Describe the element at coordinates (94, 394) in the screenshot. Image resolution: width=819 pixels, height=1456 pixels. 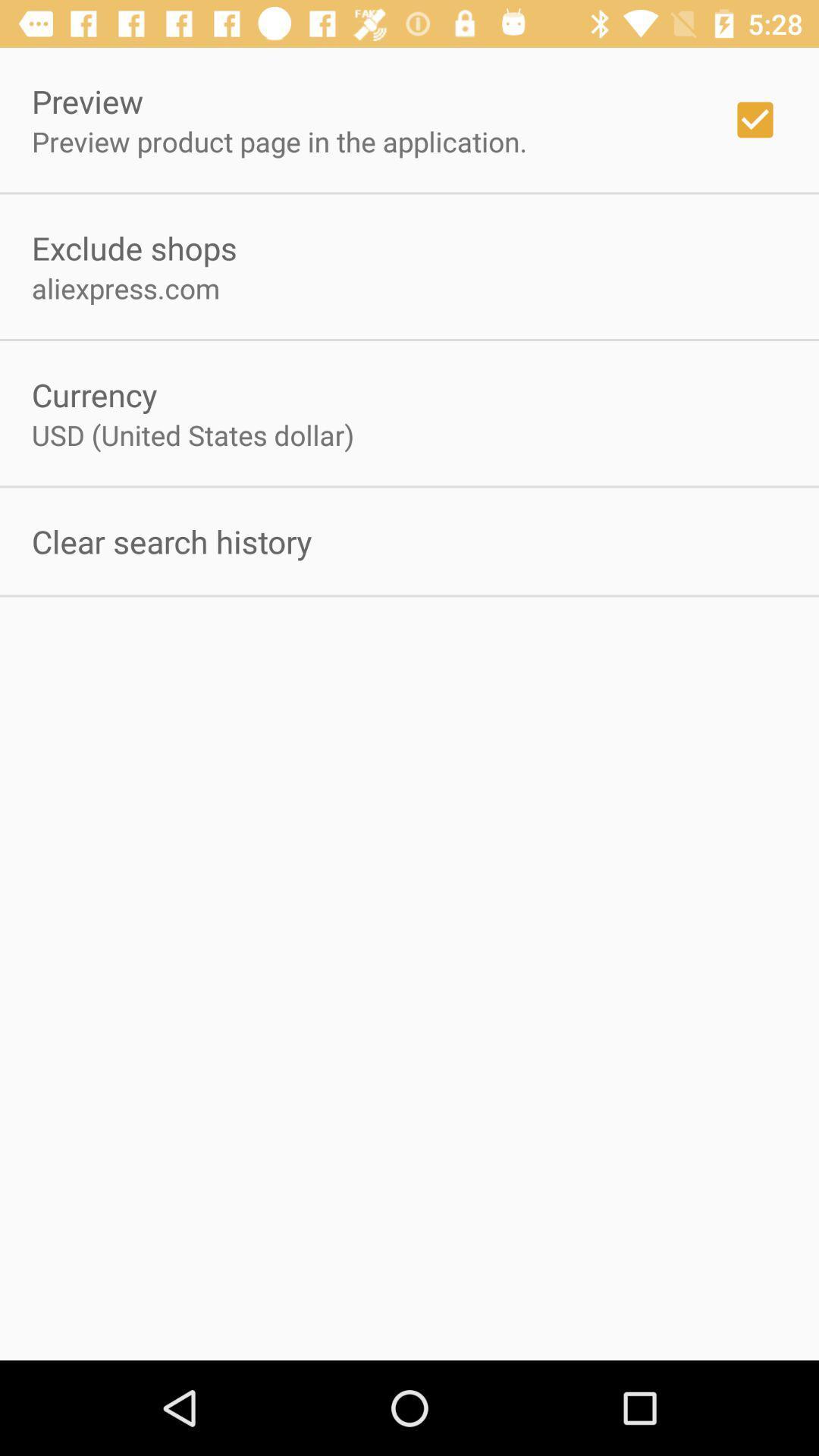
I see `the item below the aliexpress.com app` at that location.